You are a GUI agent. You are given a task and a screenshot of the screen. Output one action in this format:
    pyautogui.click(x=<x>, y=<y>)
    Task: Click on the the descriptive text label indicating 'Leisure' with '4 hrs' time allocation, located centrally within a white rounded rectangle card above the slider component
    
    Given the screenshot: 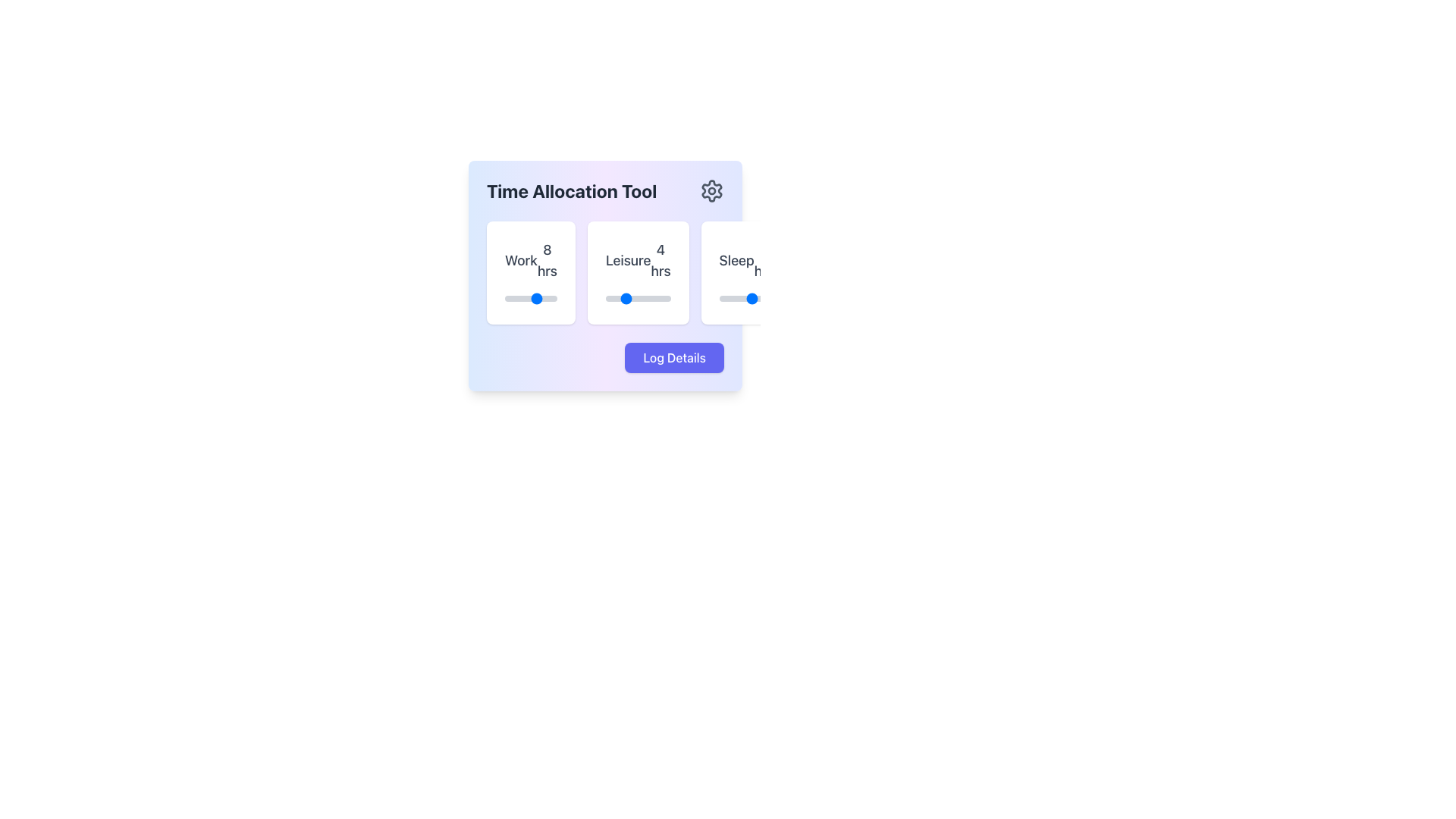 What is the action you would take?
    pyautogui.click(x=638, y=259)
    